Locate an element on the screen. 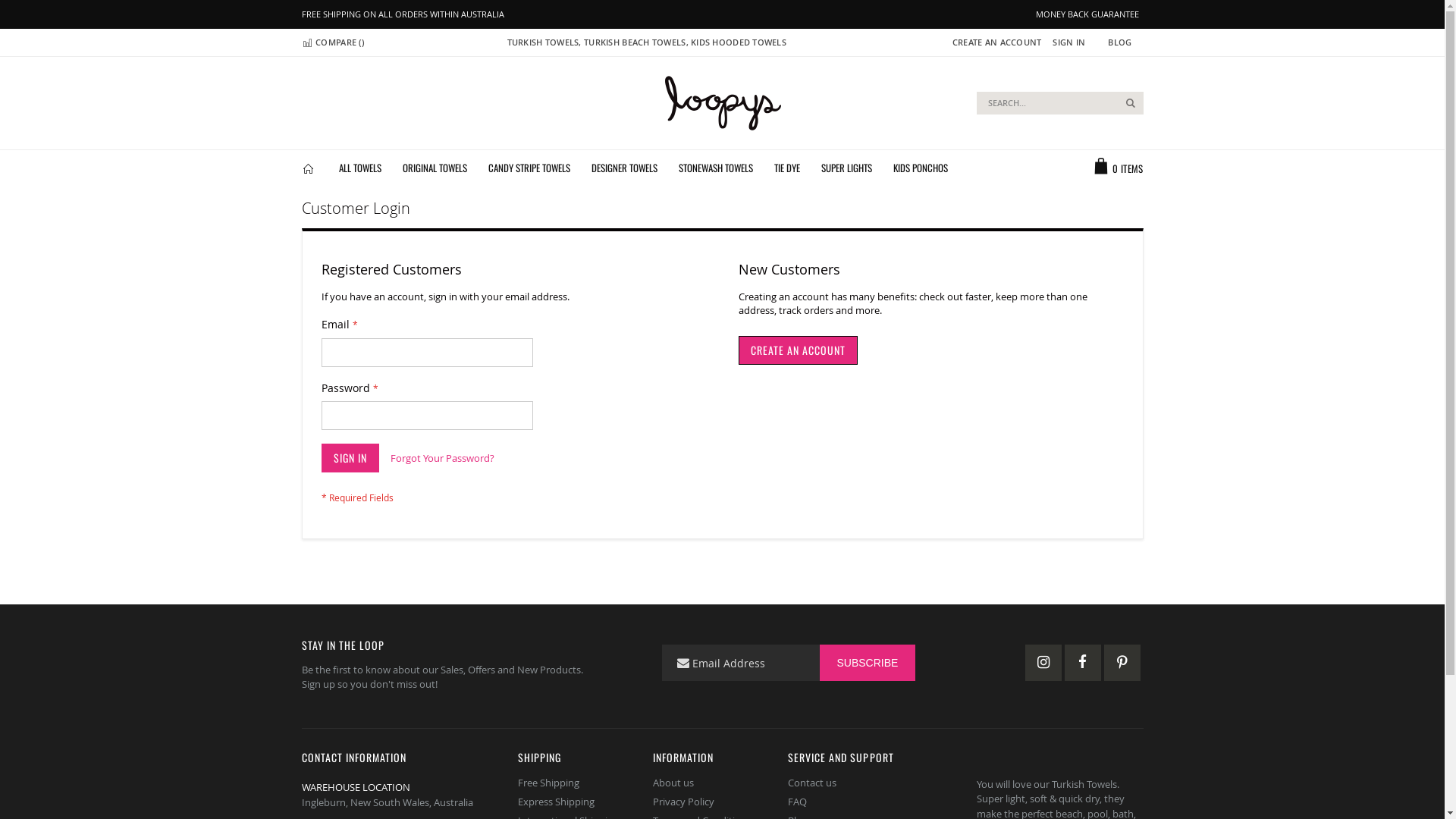 This screenshot has width=1456, height=819. 'Search' is located at coordinates (1131, 102).